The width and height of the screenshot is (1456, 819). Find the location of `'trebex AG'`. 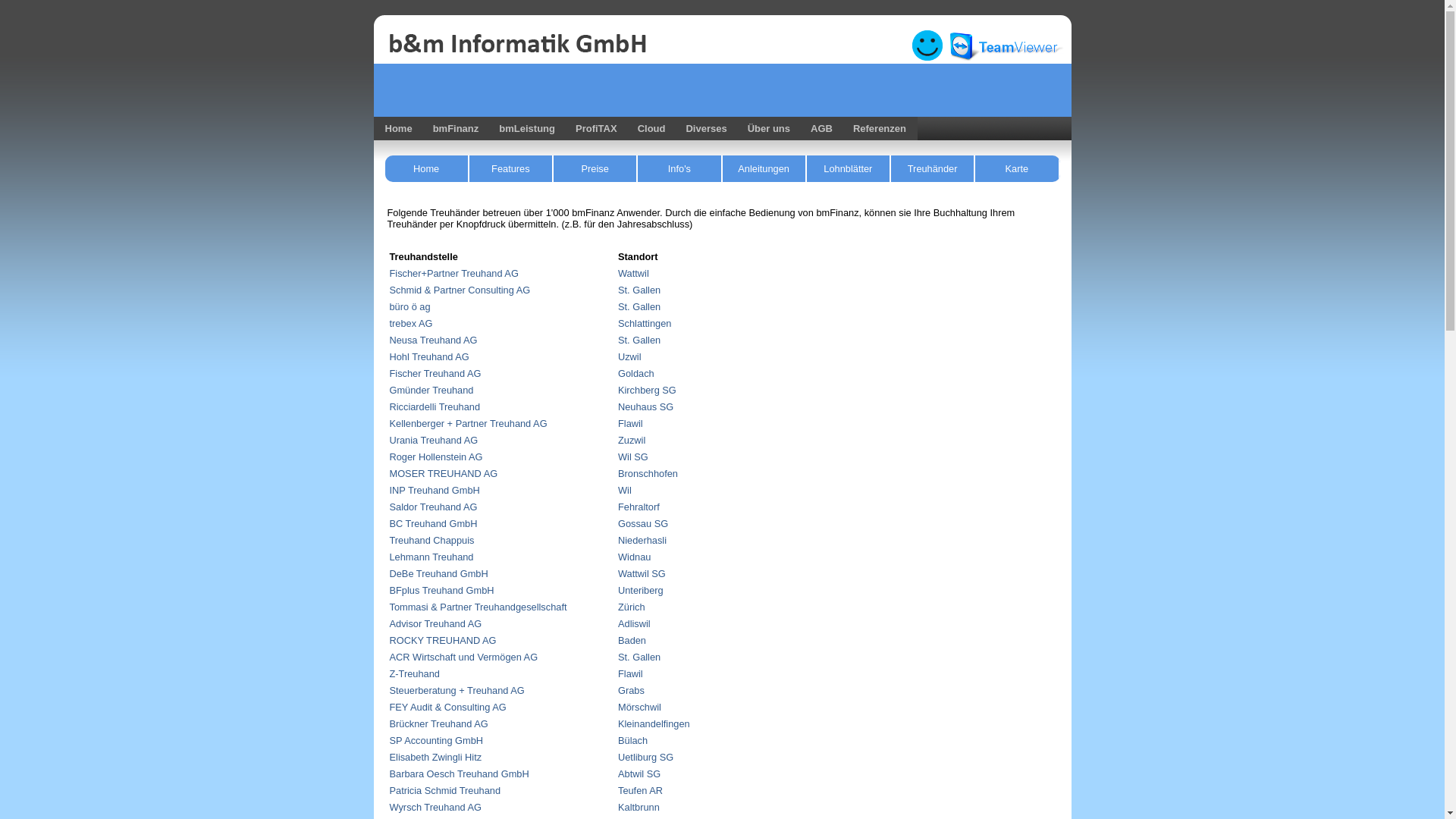

'trebex AG' is located at coordinates (411, 322).